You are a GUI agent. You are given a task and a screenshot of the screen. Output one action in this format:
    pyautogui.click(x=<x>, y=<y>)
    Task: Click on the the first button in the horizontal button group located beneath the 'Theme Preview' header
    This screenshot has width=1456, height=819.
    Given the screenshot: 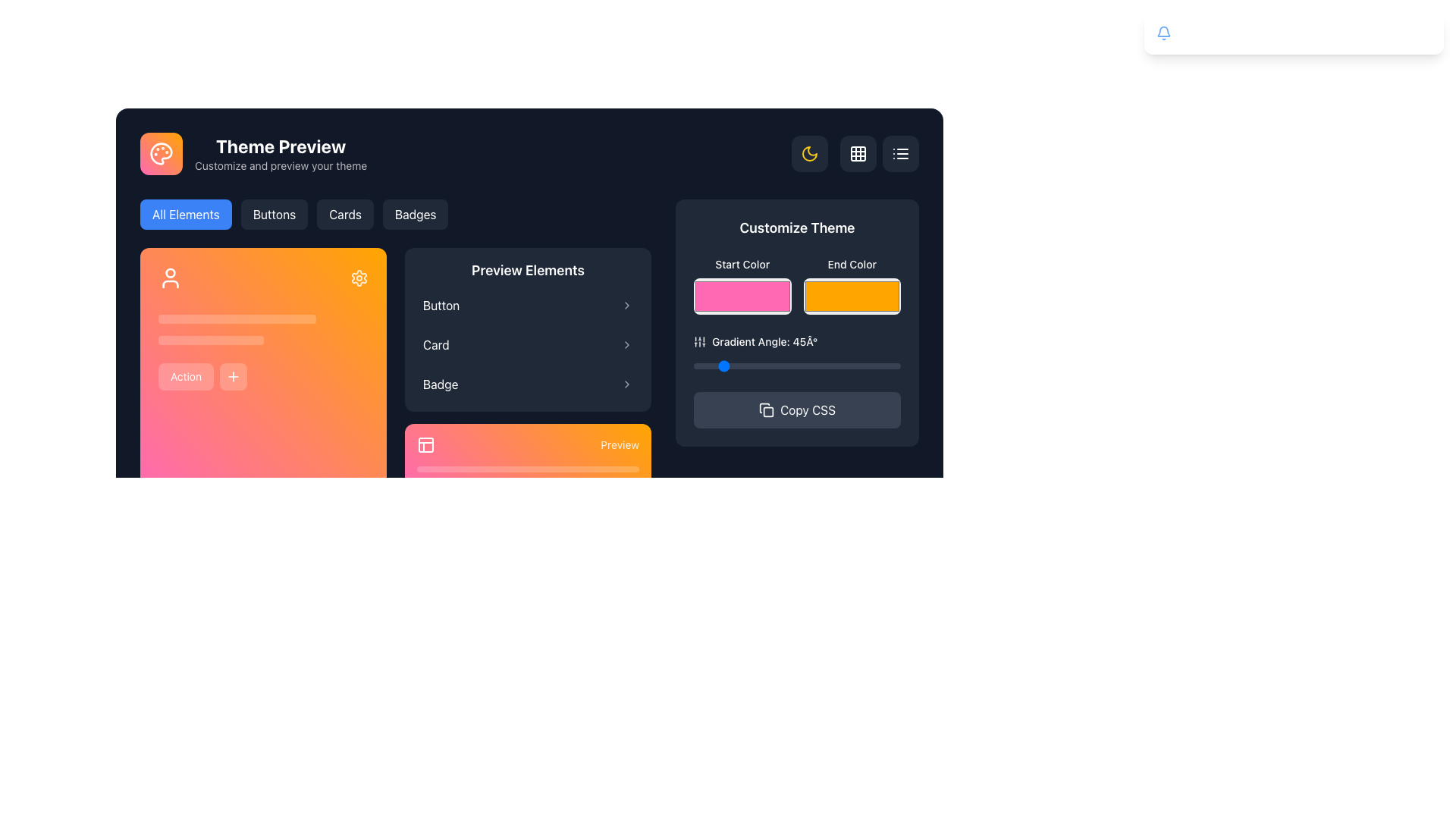 What is the action you would take?
    pyautogui.click(x=185, y=214)
    